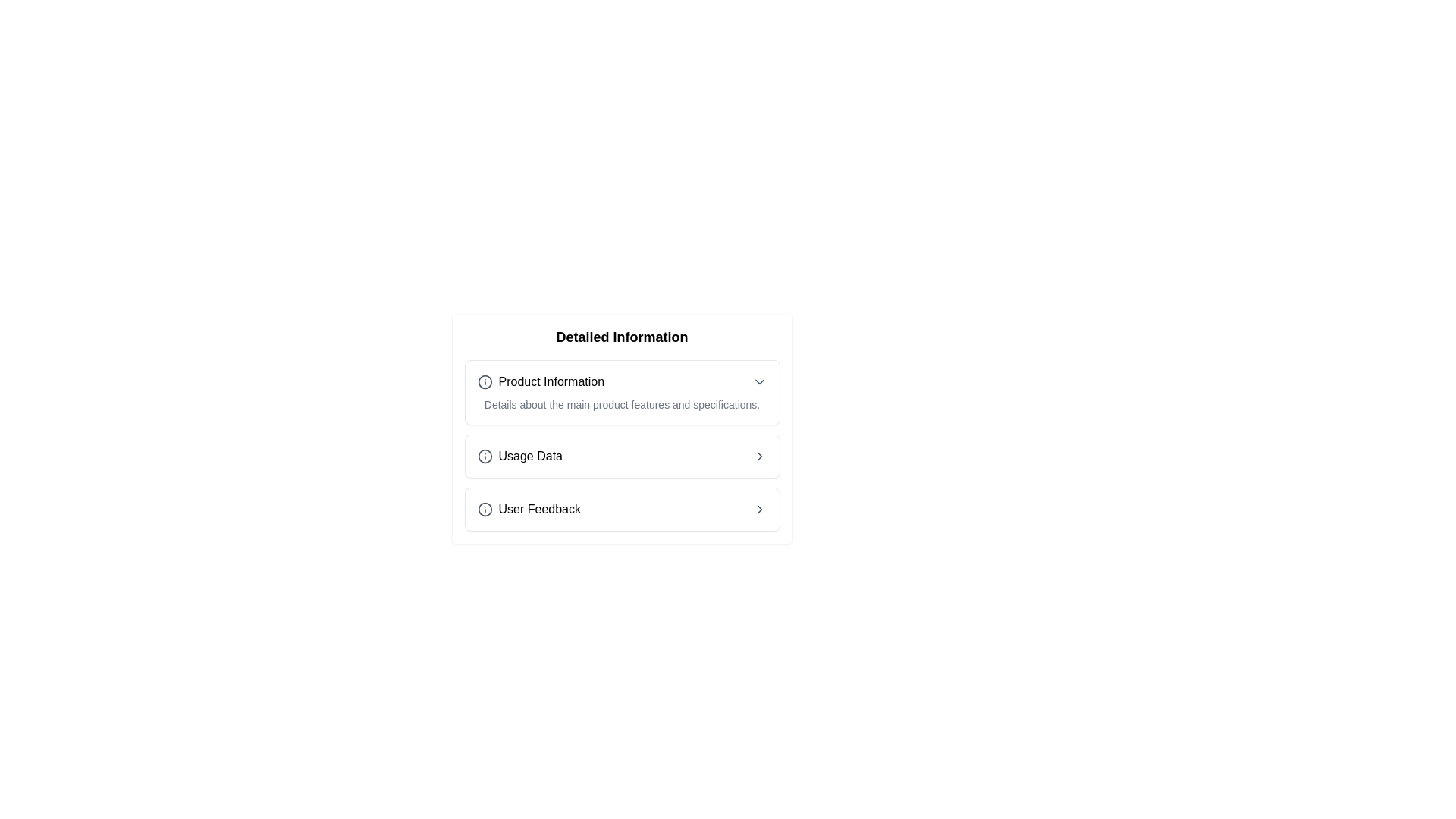 Image resolution: width=1456 pixels, height=819 pixels. I want to click on the 'Usage Data' button styled as a list item, so click(622, 455).